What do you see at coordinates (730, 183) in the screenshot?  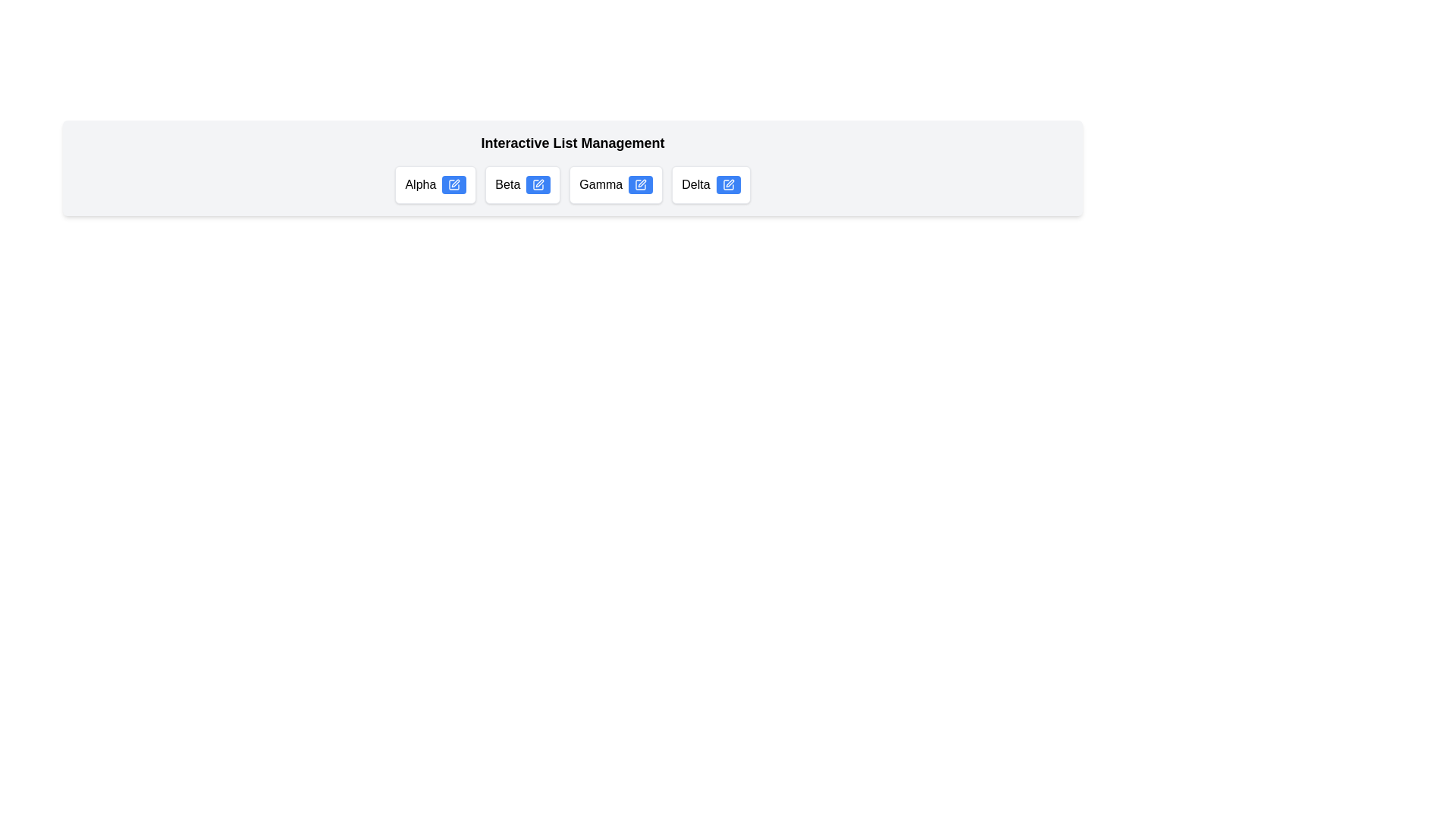 I see `the pen icon representing editing functionality, which is part of the 'Delta' button located on the rightmost side among the buttons labeled 'Alpha,' 'Beta,' 'Gamma,' and 'Delta'` at bounding box center [730, 183].